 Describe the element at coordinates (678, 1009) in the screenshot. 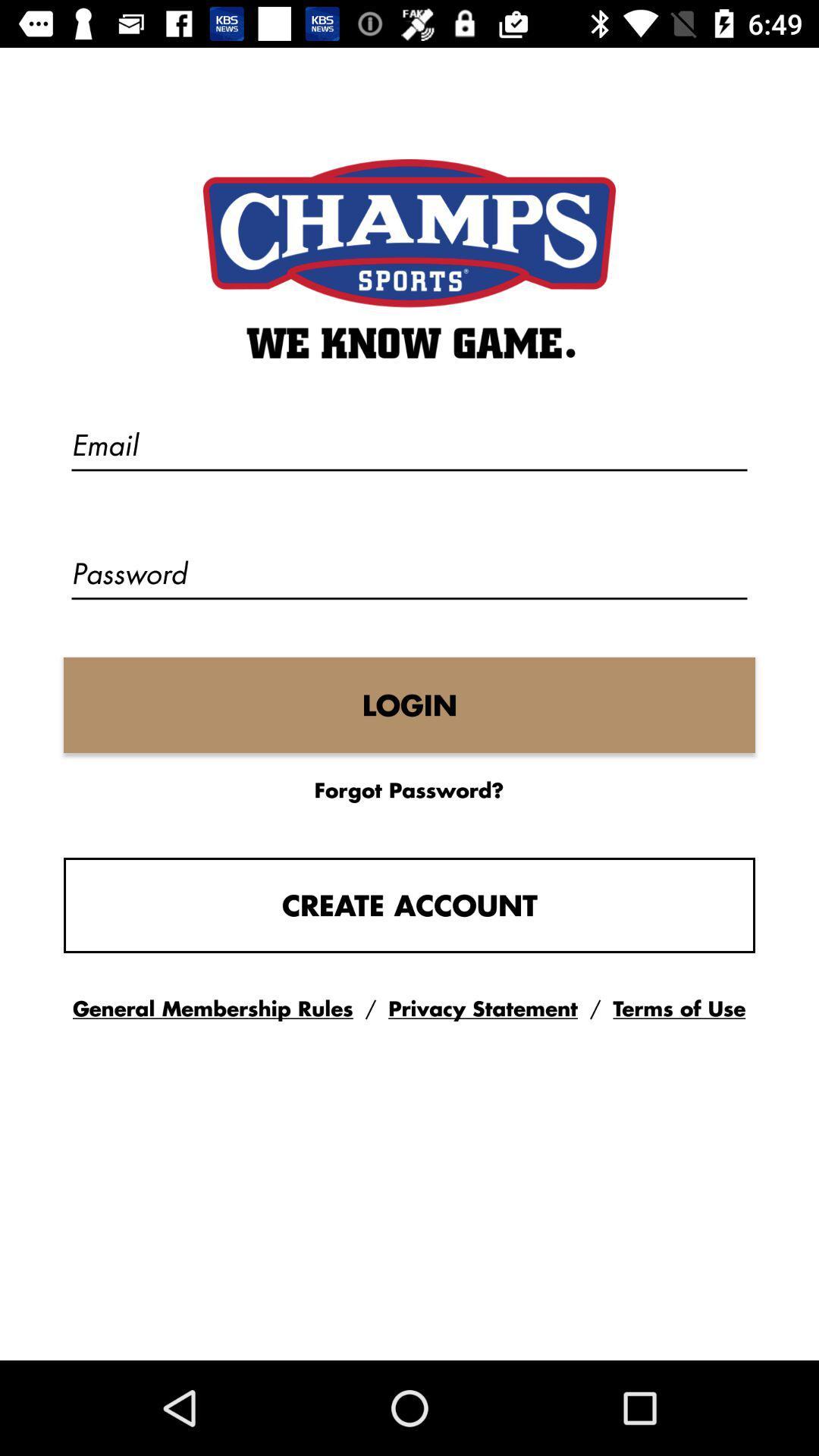

I see `terms of use in the bottom right of the web page` at that location.